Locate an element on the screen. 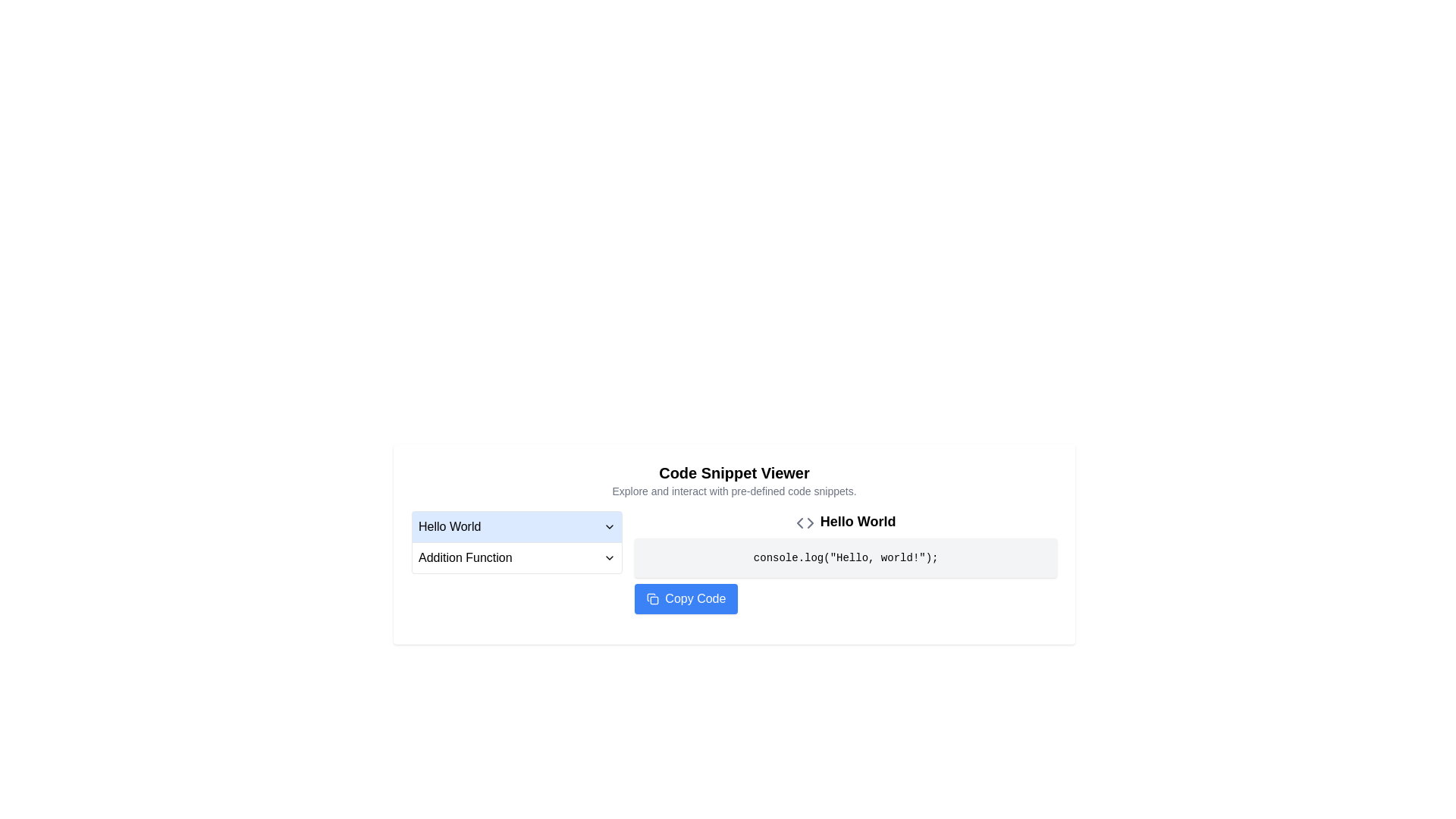  the button that copies the content of the adjacent code block to the clipboard, located centrally beneath the 'Code Snippet Viewer' section is located at coordinates (734, 579).